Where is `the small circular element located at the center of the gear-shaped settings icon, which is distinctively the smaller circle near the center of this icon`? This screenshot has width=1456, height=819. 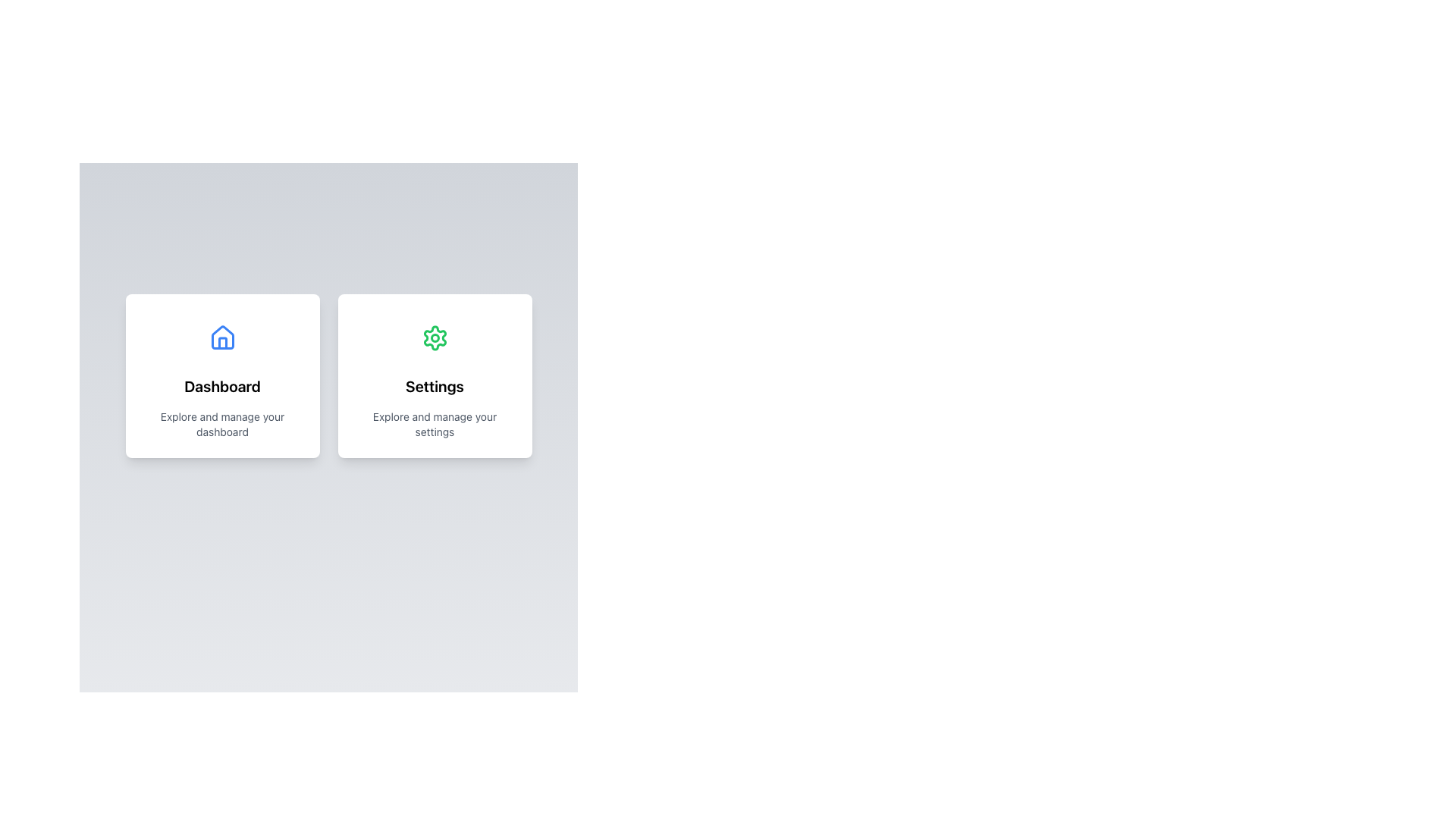
the small circular element located at the center of the gear-shaped settings icon, which is distinctively the smaller circle near the center of this icon is located at coordinates (434, 337).